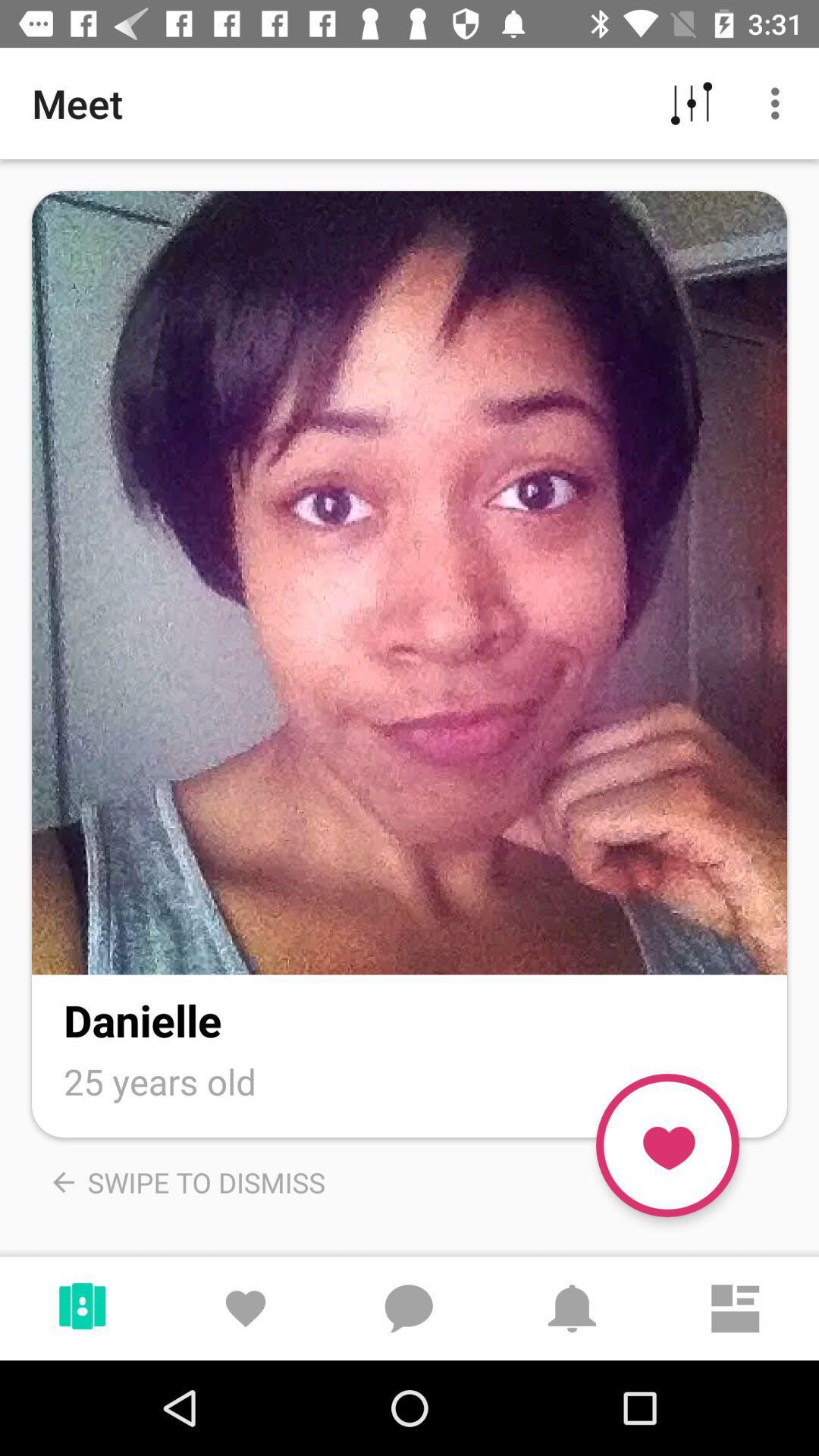  What do you see at coordinates (160, 1080) in the screenshot?
I see `the text under danielle` at bounding box center [160, 1080].